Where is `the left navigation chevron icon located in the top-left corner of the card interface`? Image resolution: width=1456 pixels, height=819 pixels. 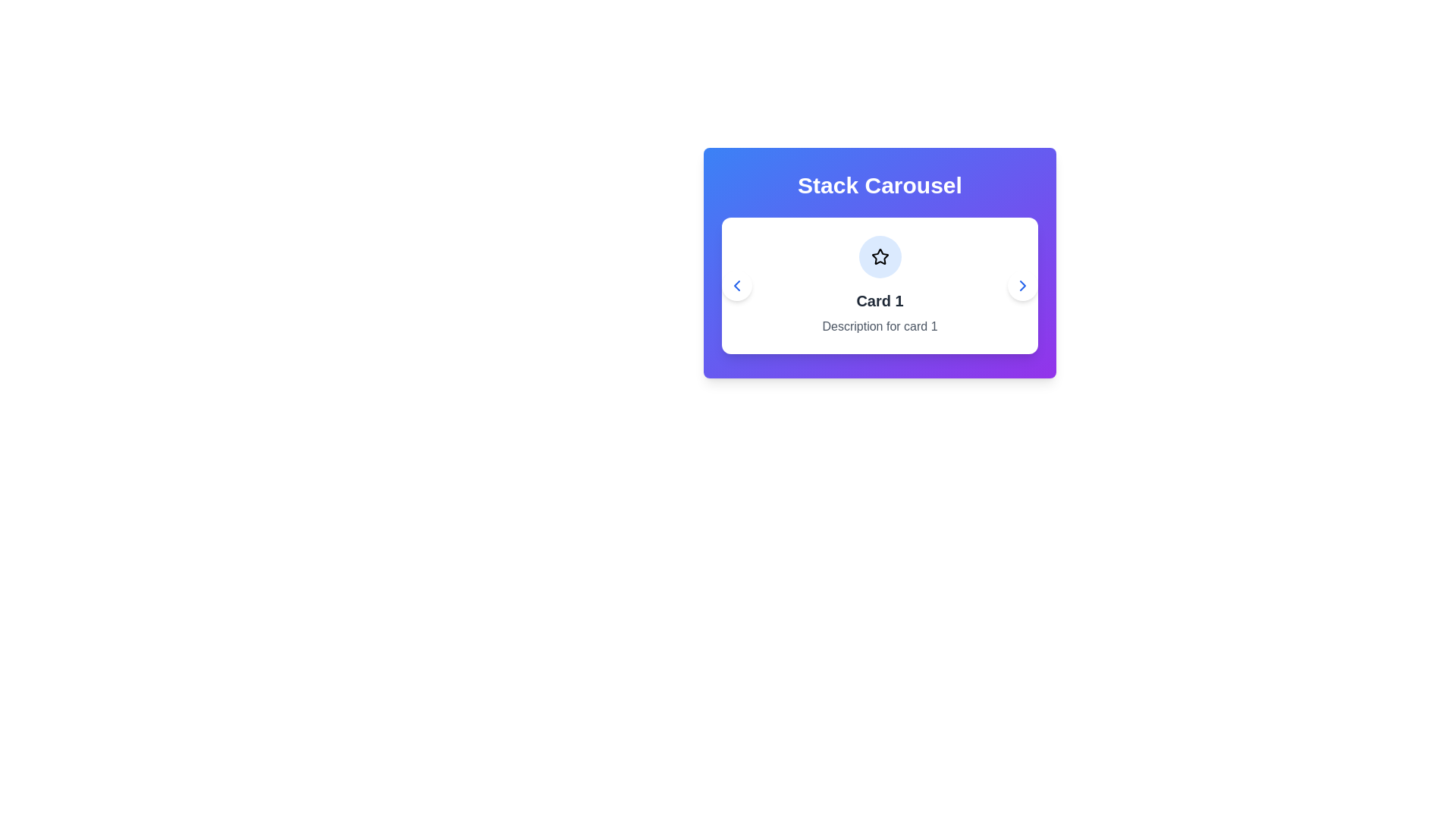 the left navigation chevron icon located in the top-left corner of the card interface is located at coordinates (736, 286).